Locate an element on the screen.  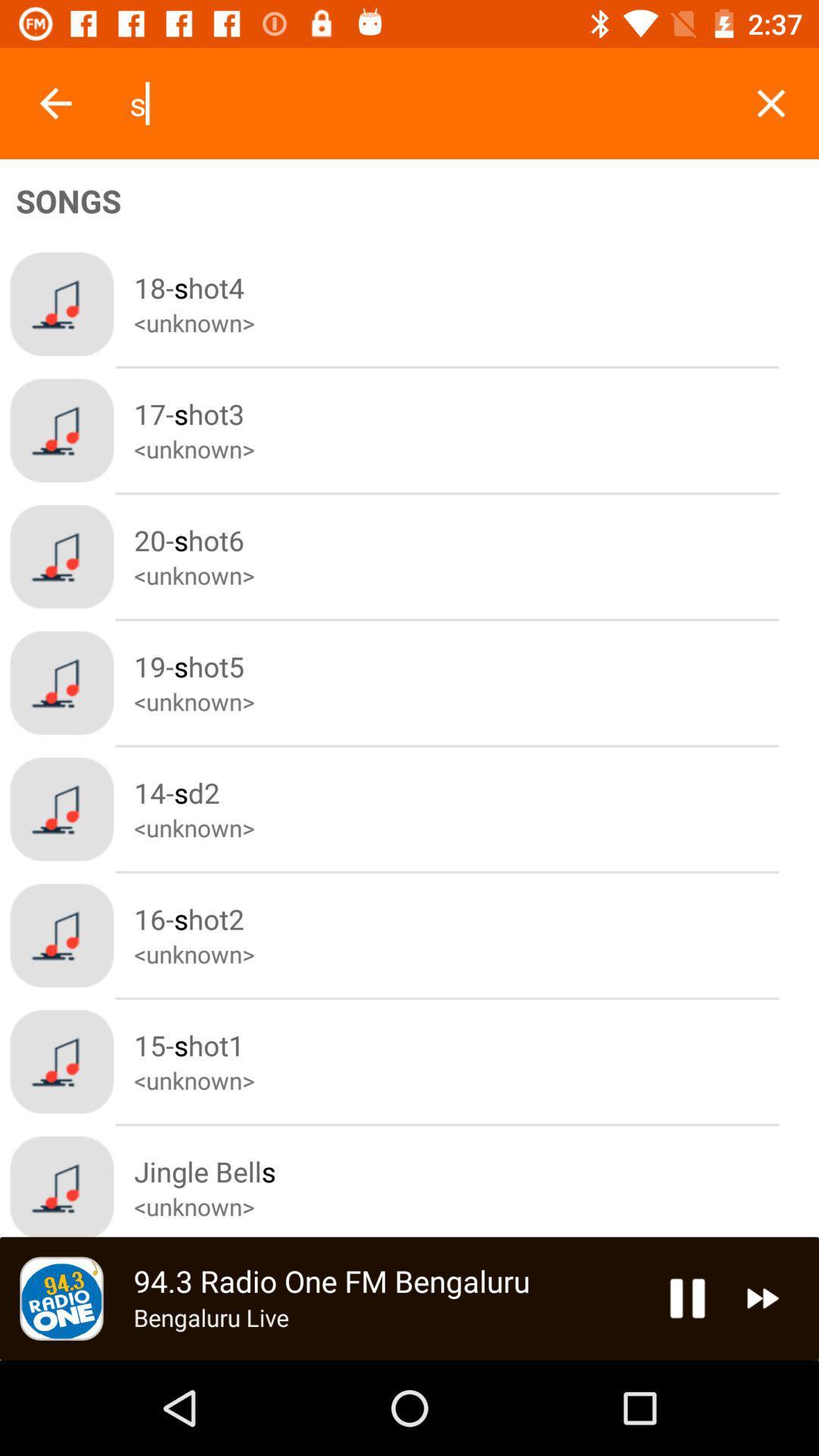
front button is located at coordinates (55, 102).